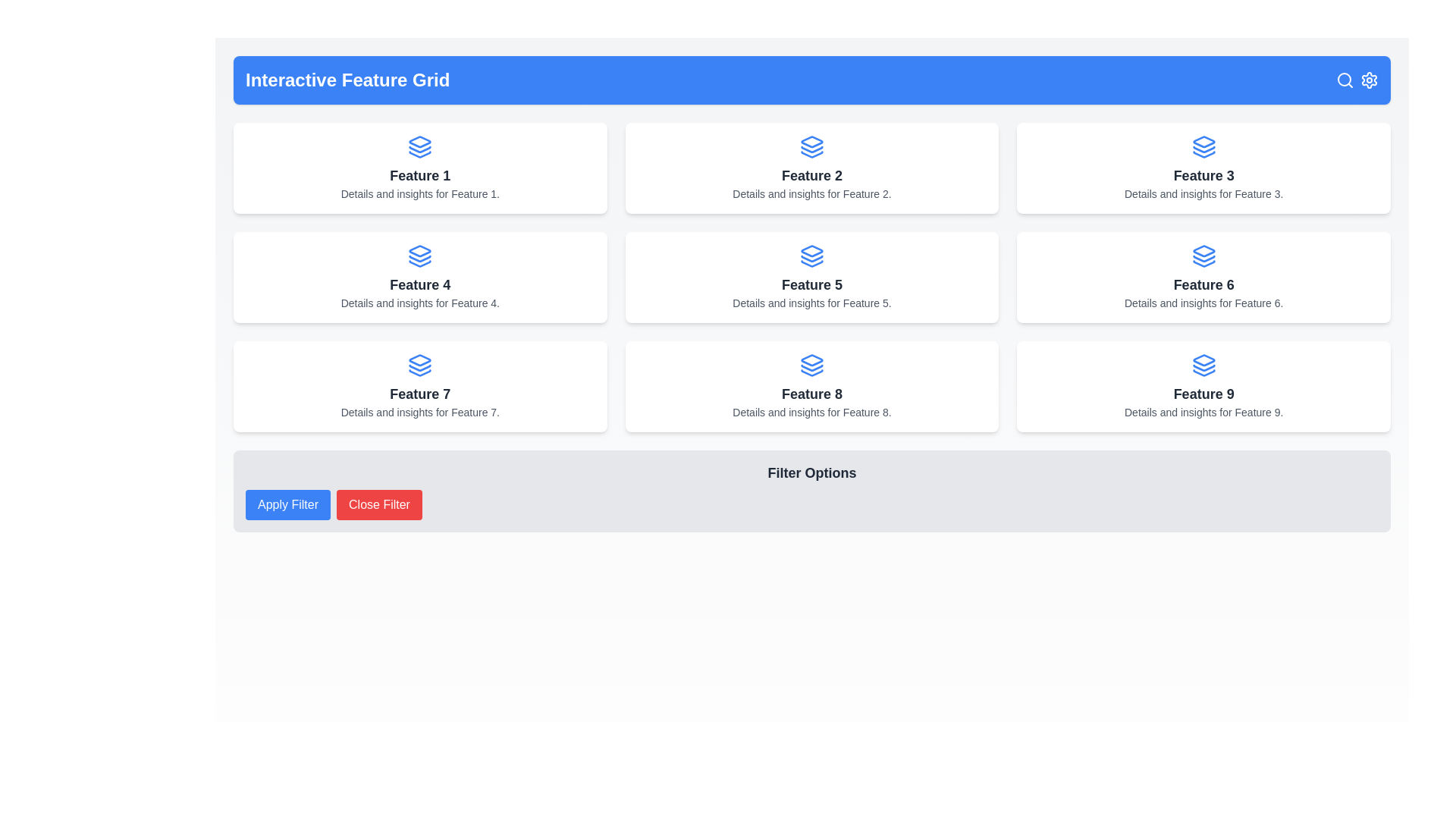 This screenshot has height=819, width=1456. I want to click on blue gradient triangular shape resembling a layer icon, which is part of Feature 4 in the second column of the second row of the feature grid, for development purposes, so click(420, 250).